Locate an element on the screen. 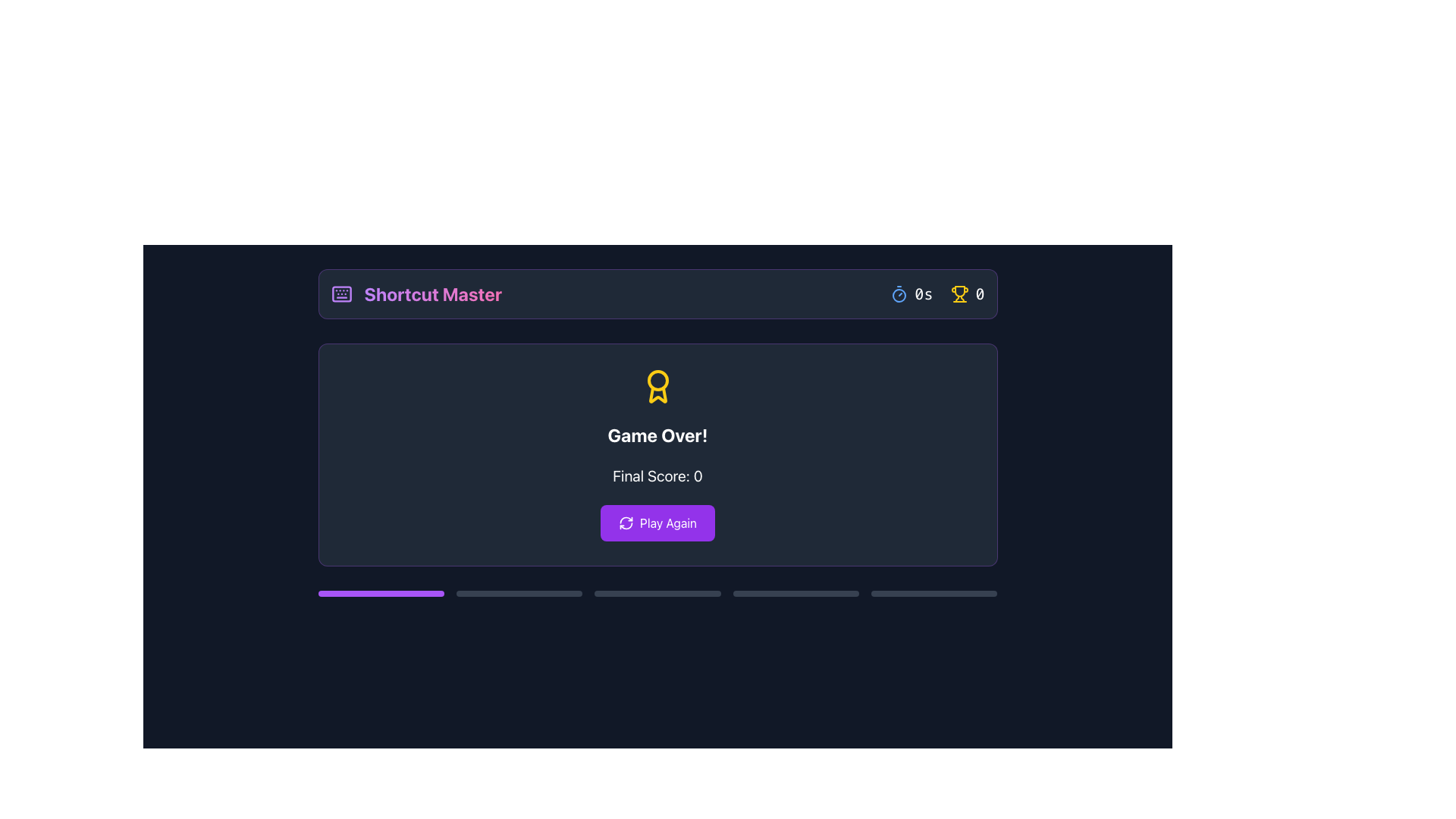  the SVG icon located inside the 'Play Again' button, which visually emphasizes the button's functionality to restart or replay is located at coordinates (626, 522).